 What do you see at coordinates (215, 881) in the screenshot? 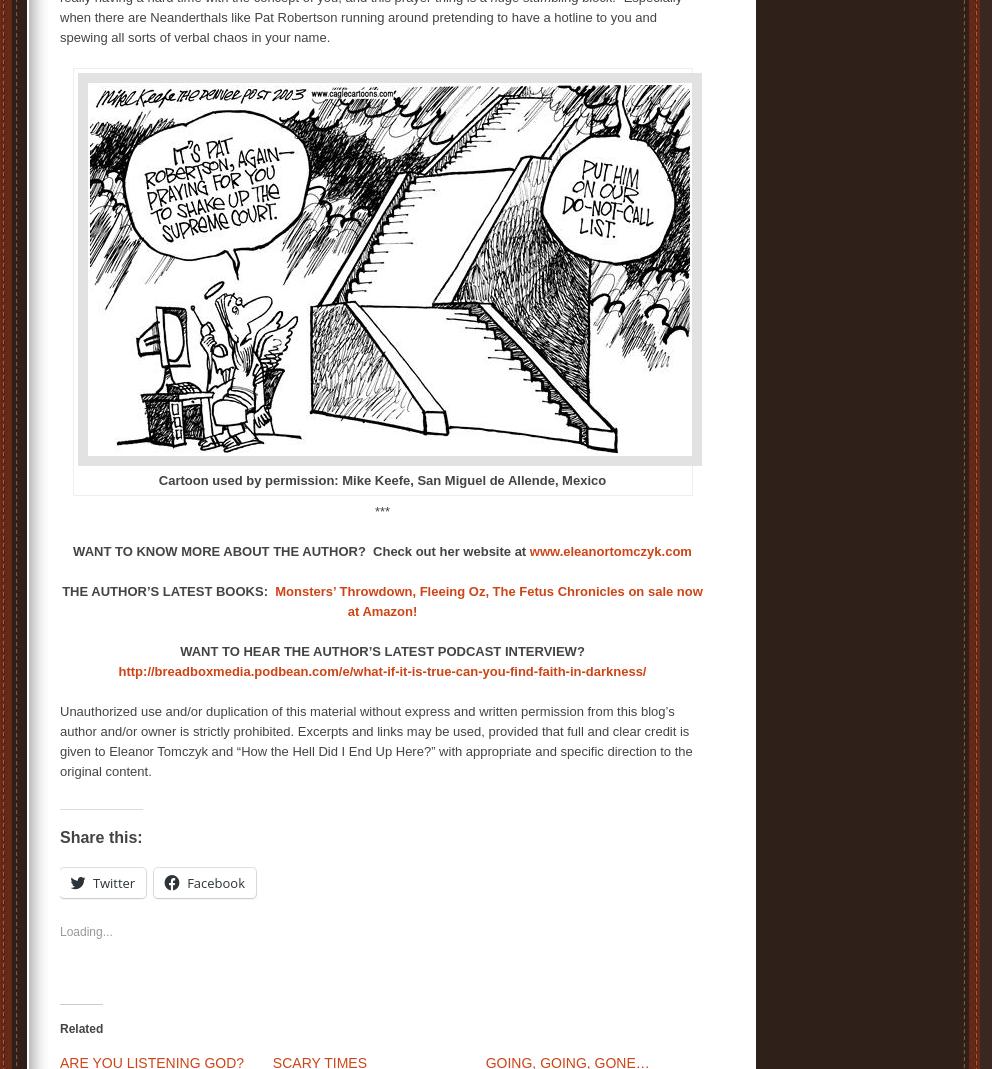
I see `'Facebook'` at bounding box center [215, 881].